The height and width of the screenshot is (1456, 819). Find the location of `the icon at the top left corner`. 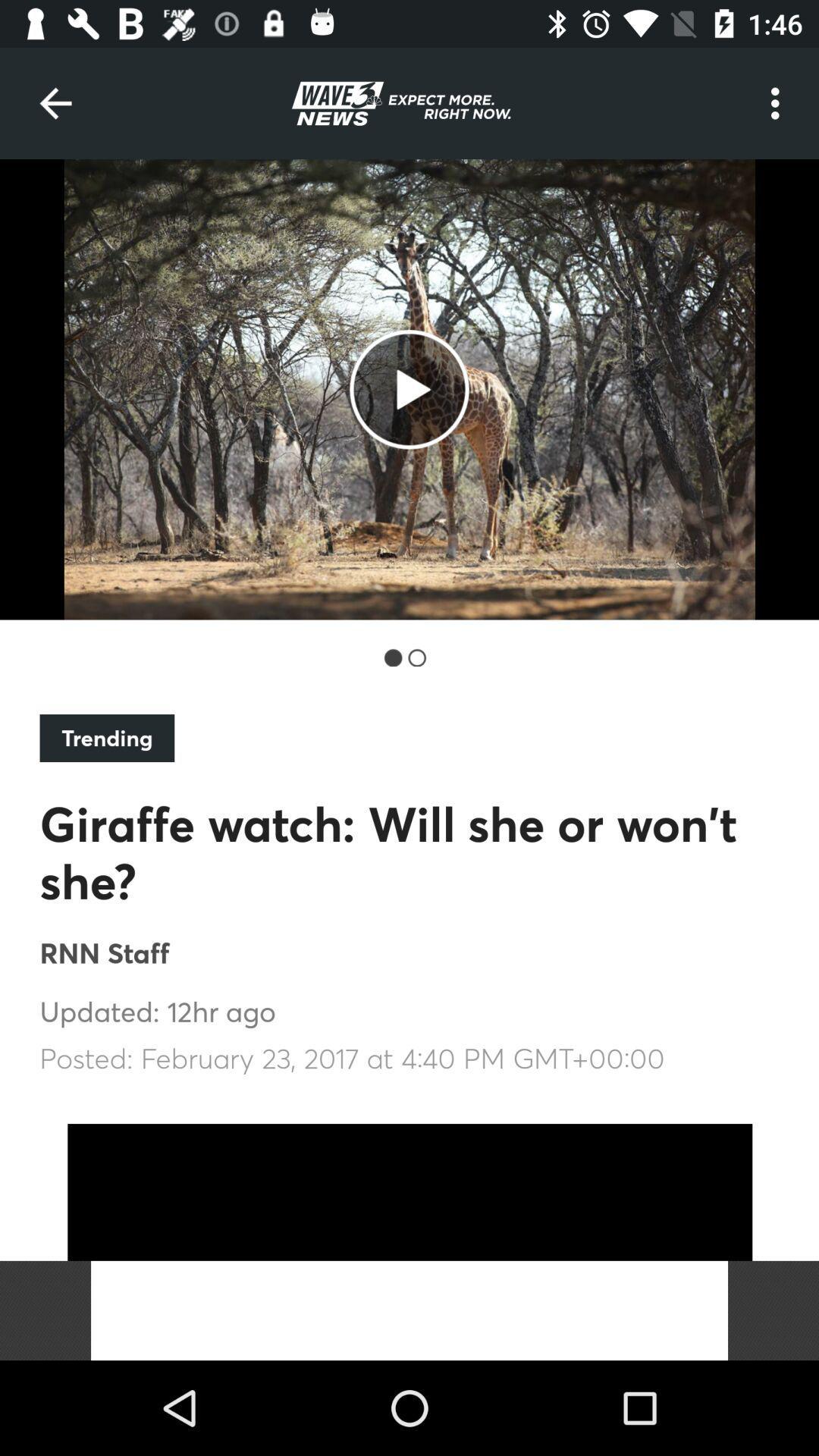

the icon at the top left corner is located at coordinates (55, 102).